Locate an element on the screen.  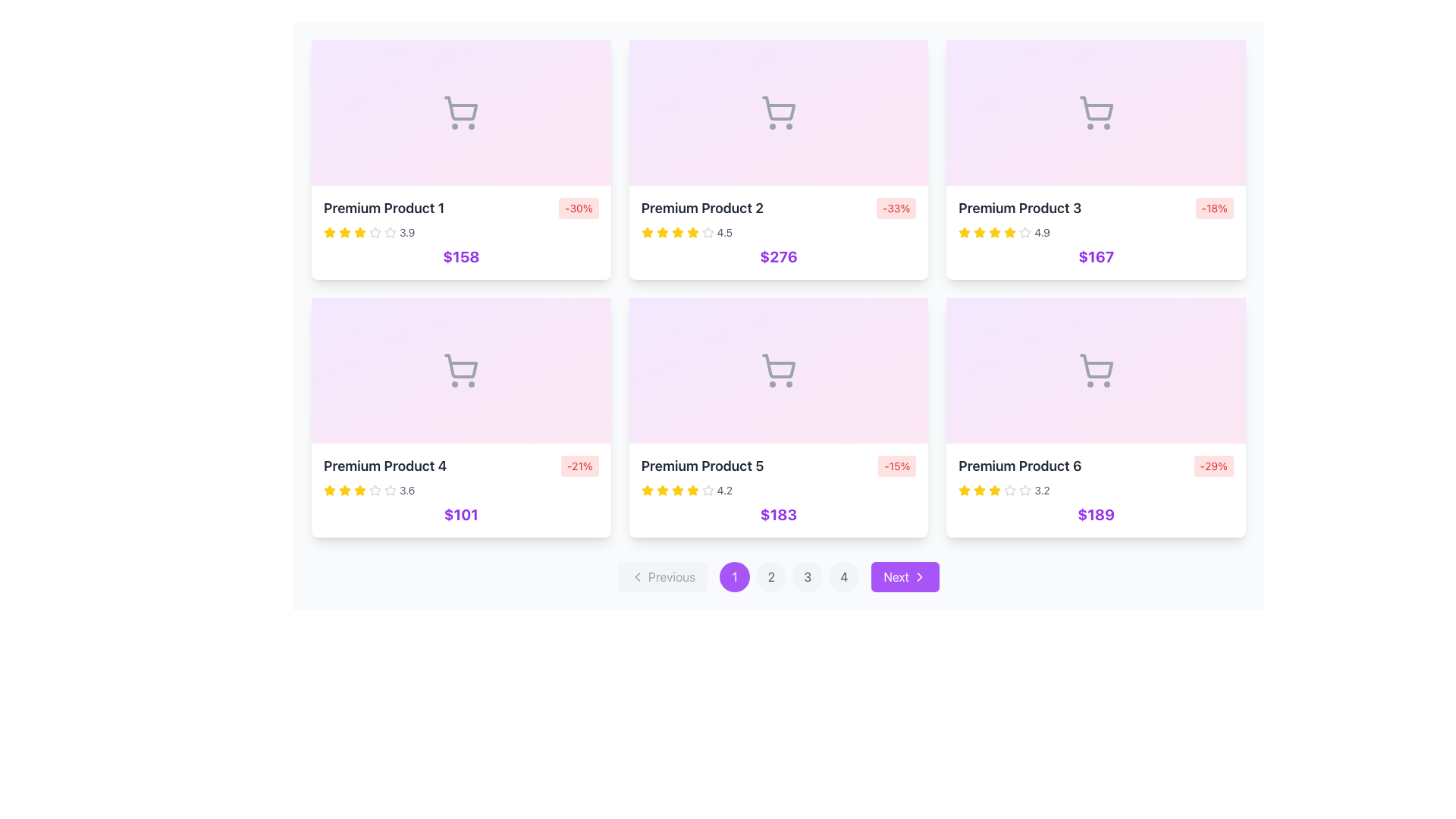
the 5th yellow star icon in the rating widget for 'Premium Product 3' is located at coordinates (1010, 233).